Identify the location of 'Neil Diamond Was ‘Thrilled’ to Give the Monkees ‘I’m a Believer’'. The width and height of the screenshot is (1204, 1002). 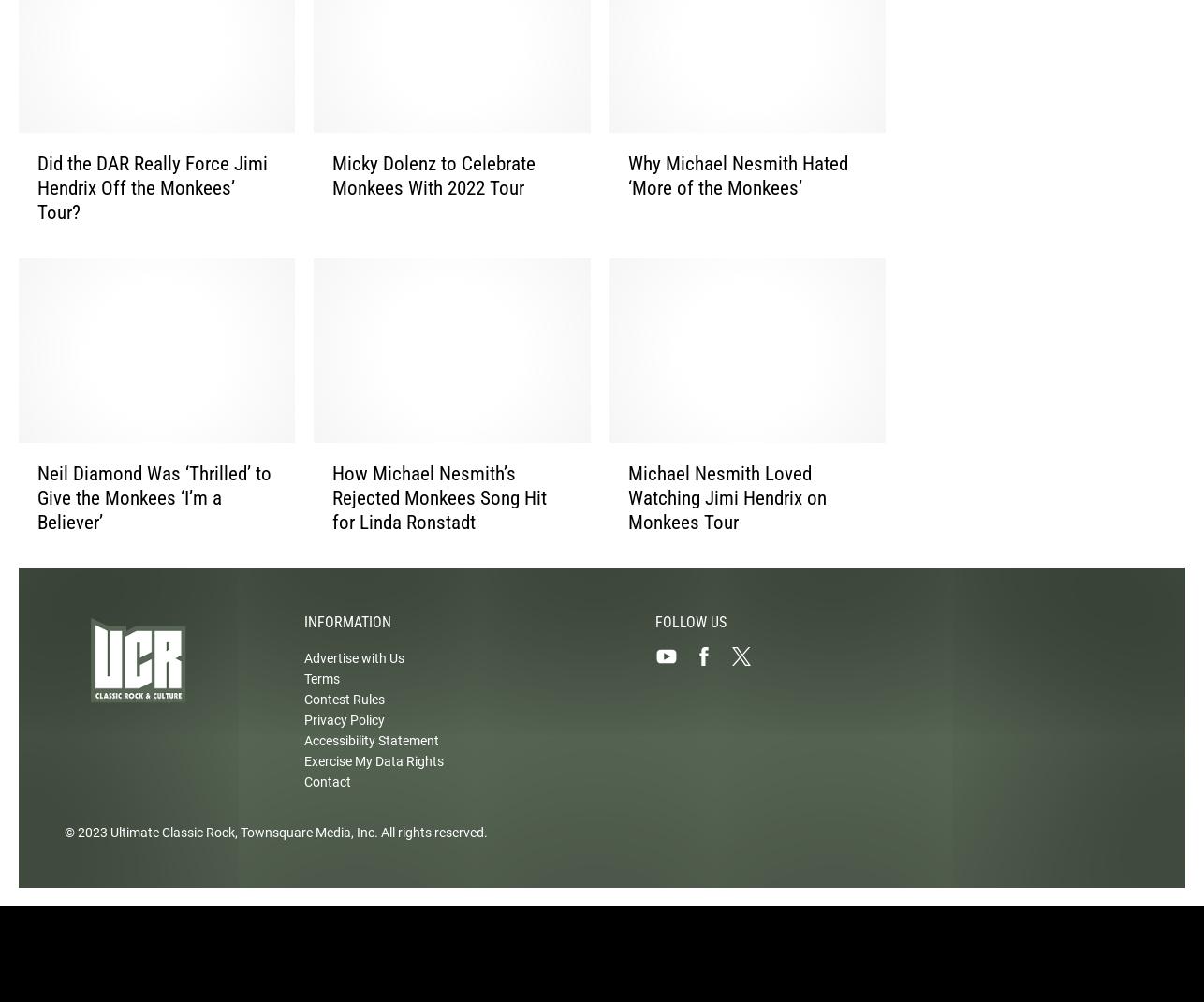
(37, 513).